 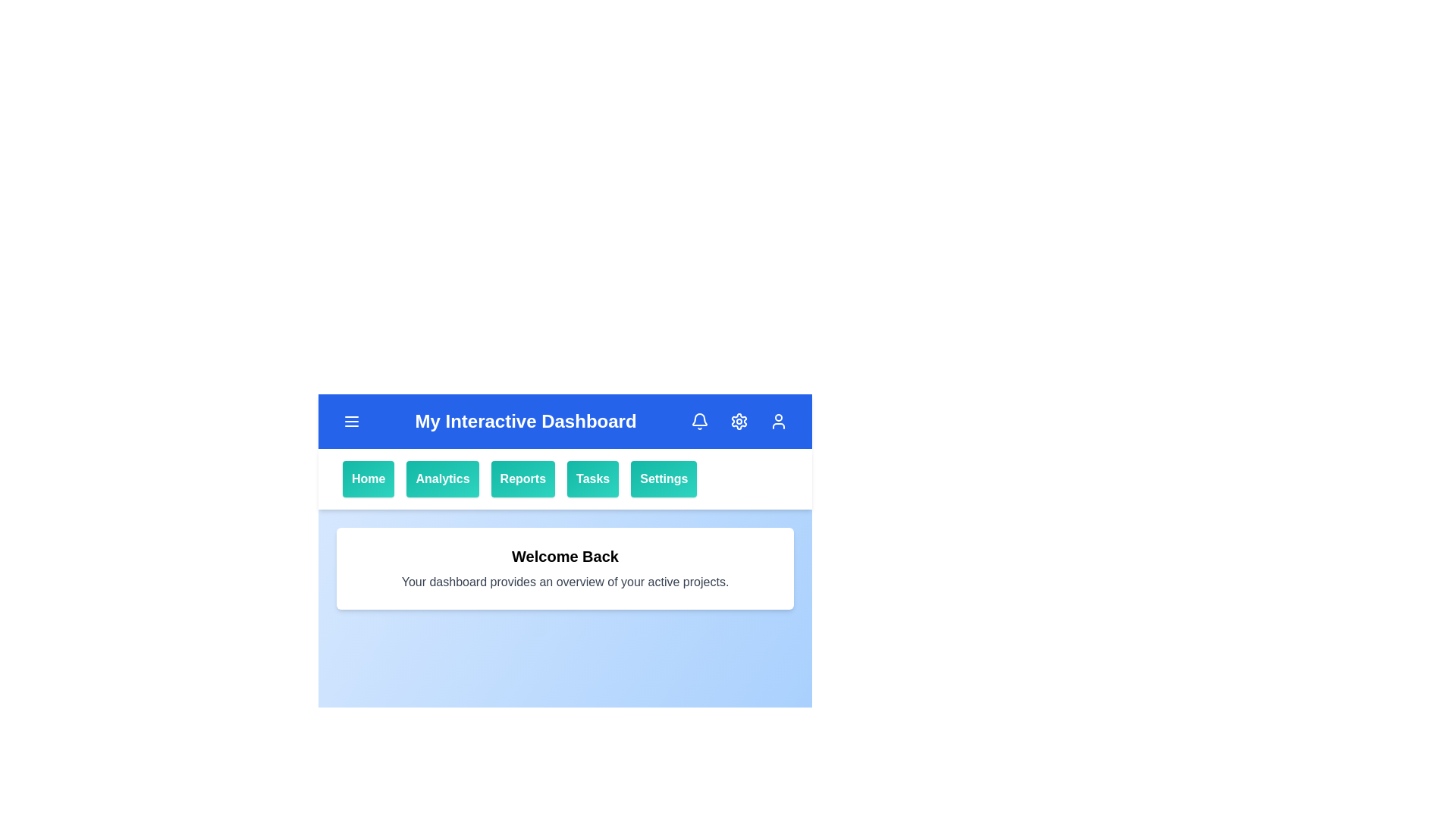 I want to click on the bell_icon to observe the hover effect, so click(x=698, y=421).